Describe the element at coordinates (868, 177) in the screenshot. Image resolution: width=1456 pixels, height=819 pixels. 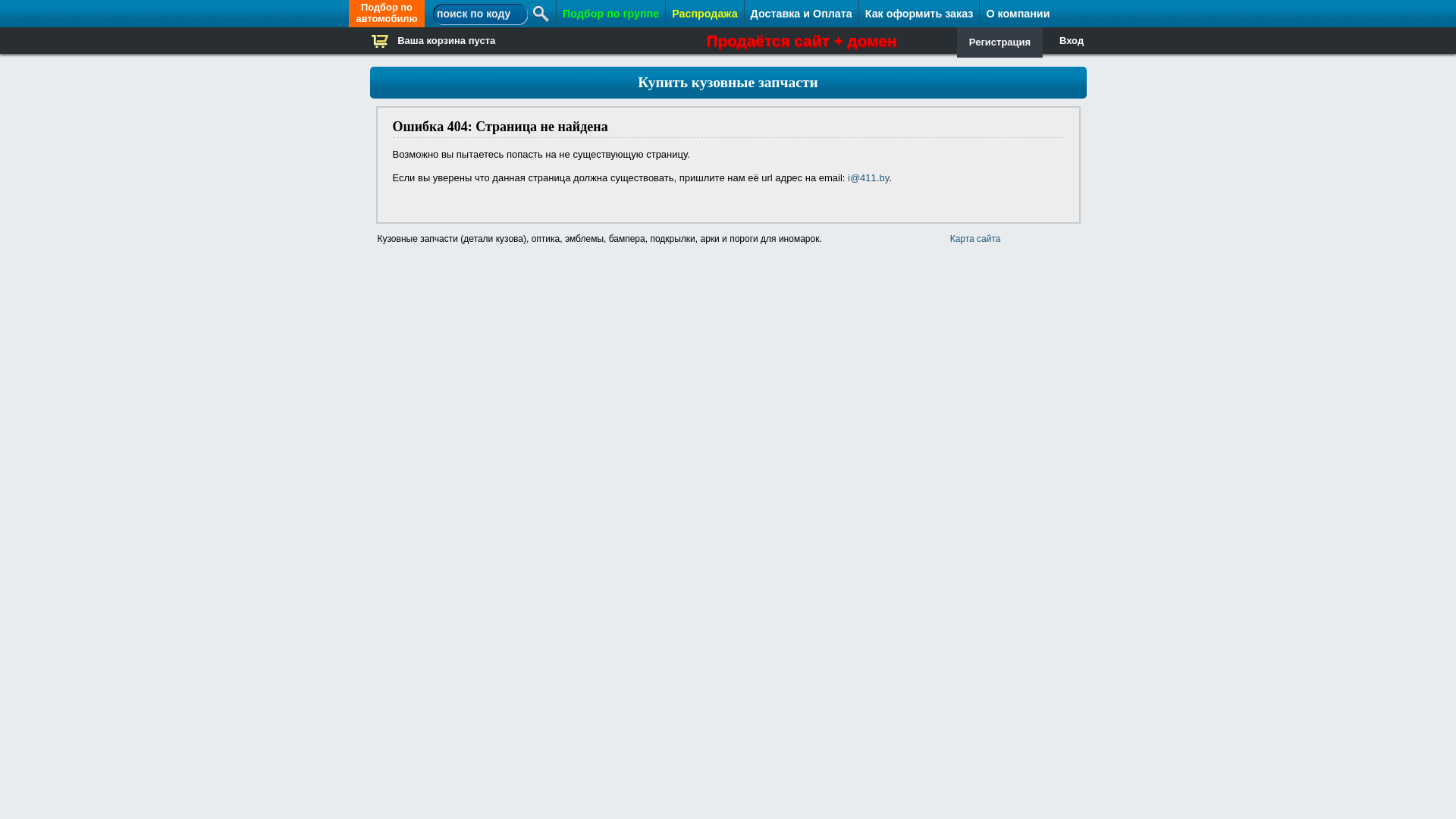
I see `'i@411.by'` at that location.